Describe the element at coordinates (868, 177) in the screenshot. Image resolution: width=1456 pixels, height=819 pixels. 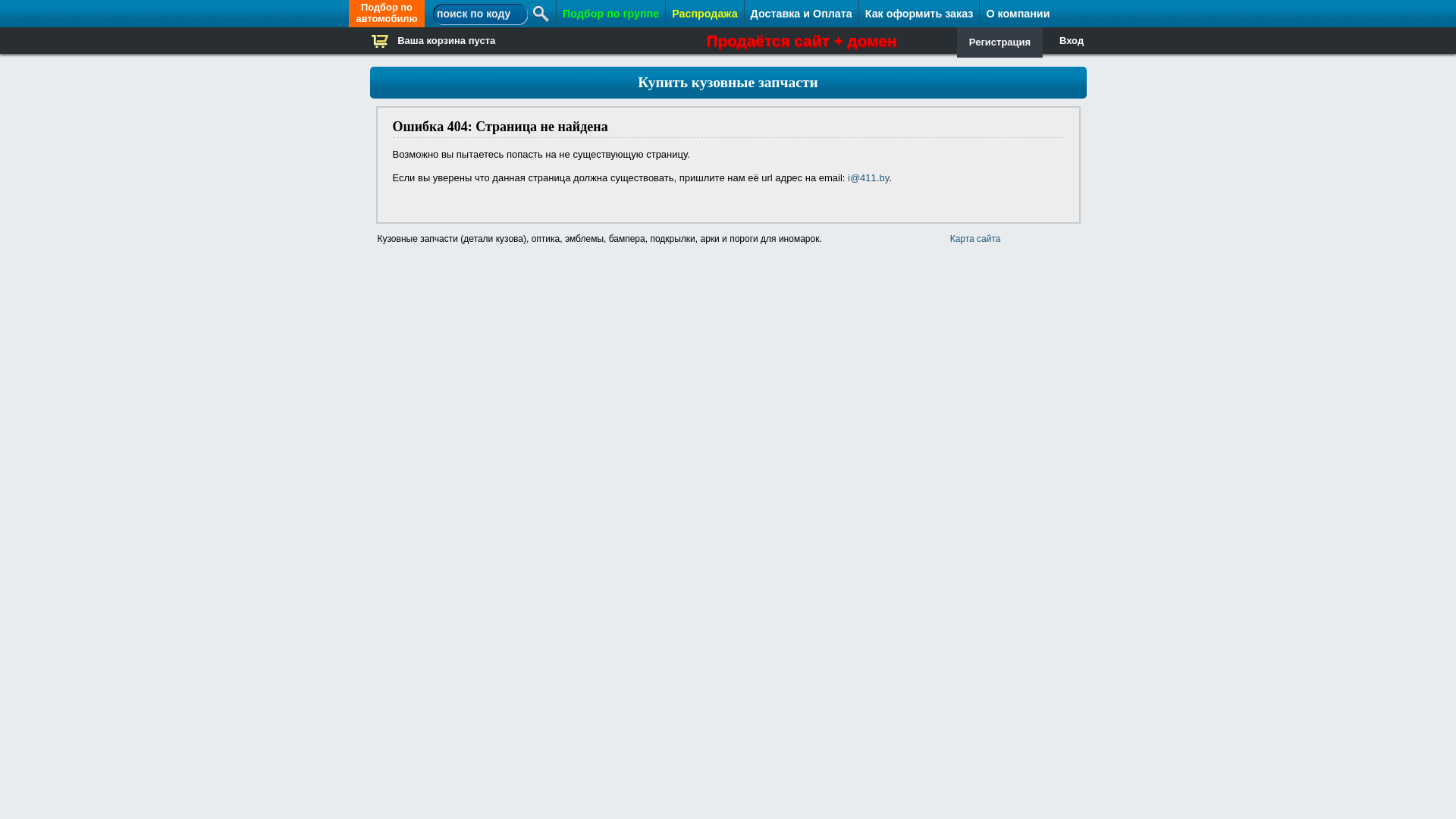
I see `'i@411.by'` at that location.